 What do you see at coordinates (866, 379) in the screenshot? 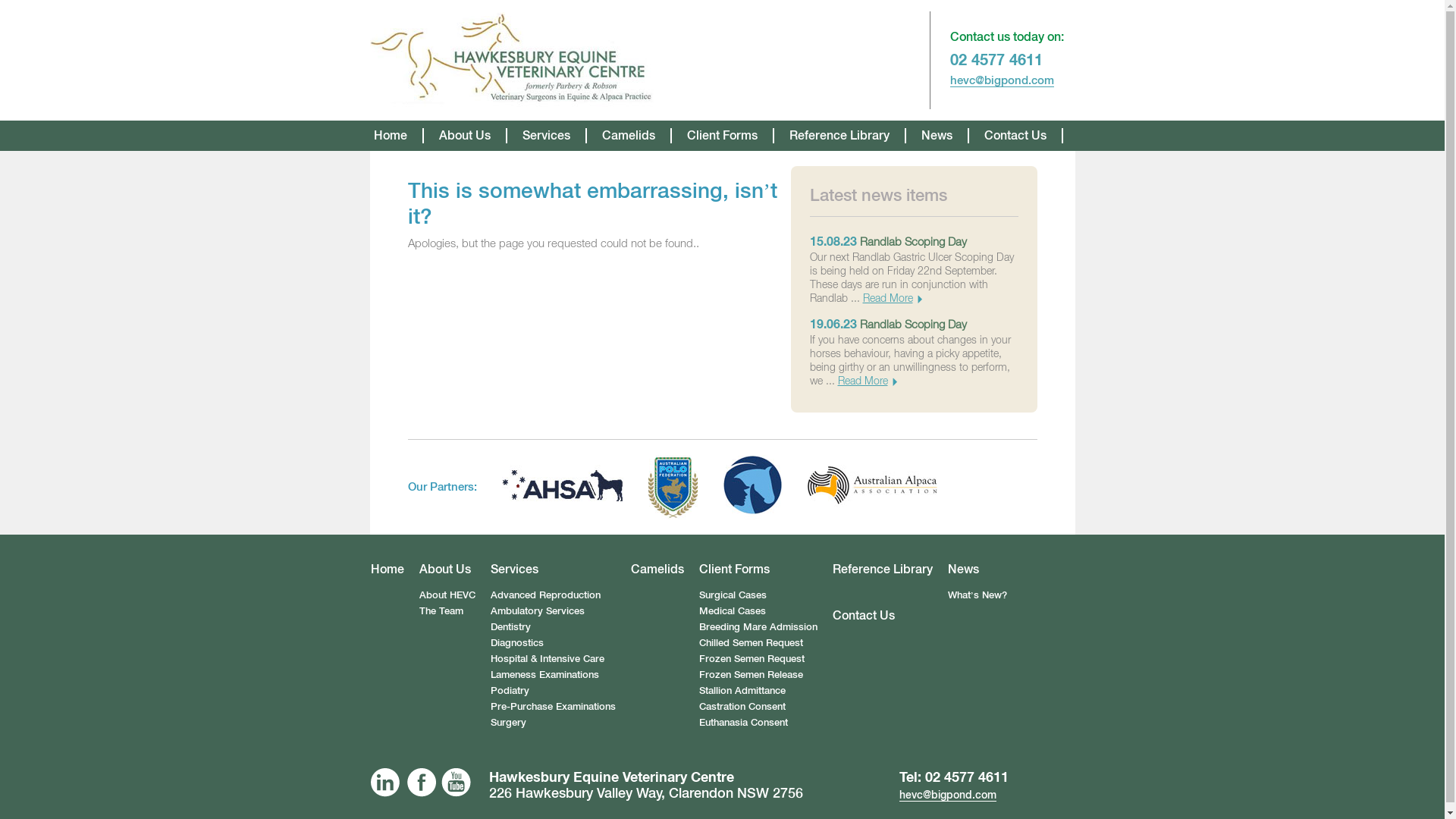
I see `'Read More'` at bounding box center [866, 379].